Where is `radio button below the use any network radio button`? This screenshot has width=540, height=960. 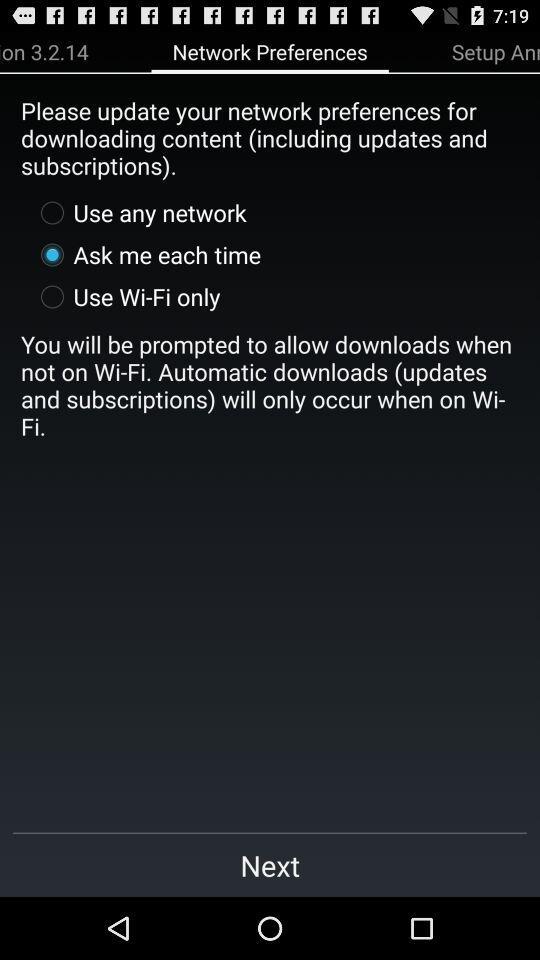 radio button below the use any network radio button is located at coordinates (145, 253).